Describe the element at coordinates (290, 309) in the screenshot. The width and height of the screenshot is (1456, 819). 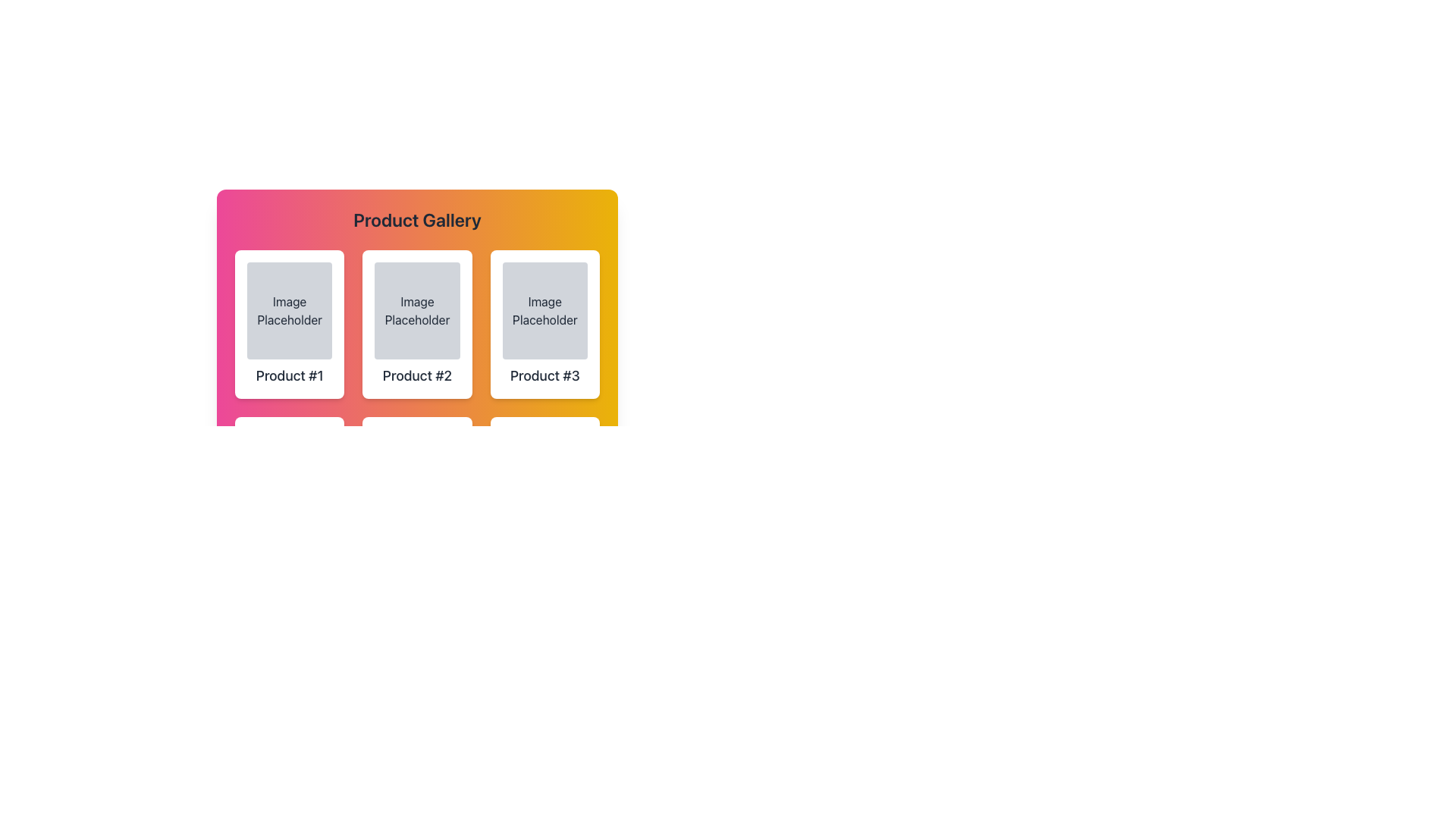
I see `the 'Image Placeholder' component, which is a rectangular placeholder with a light gray background and bold black text, located above 'Product #1.'` at that location.